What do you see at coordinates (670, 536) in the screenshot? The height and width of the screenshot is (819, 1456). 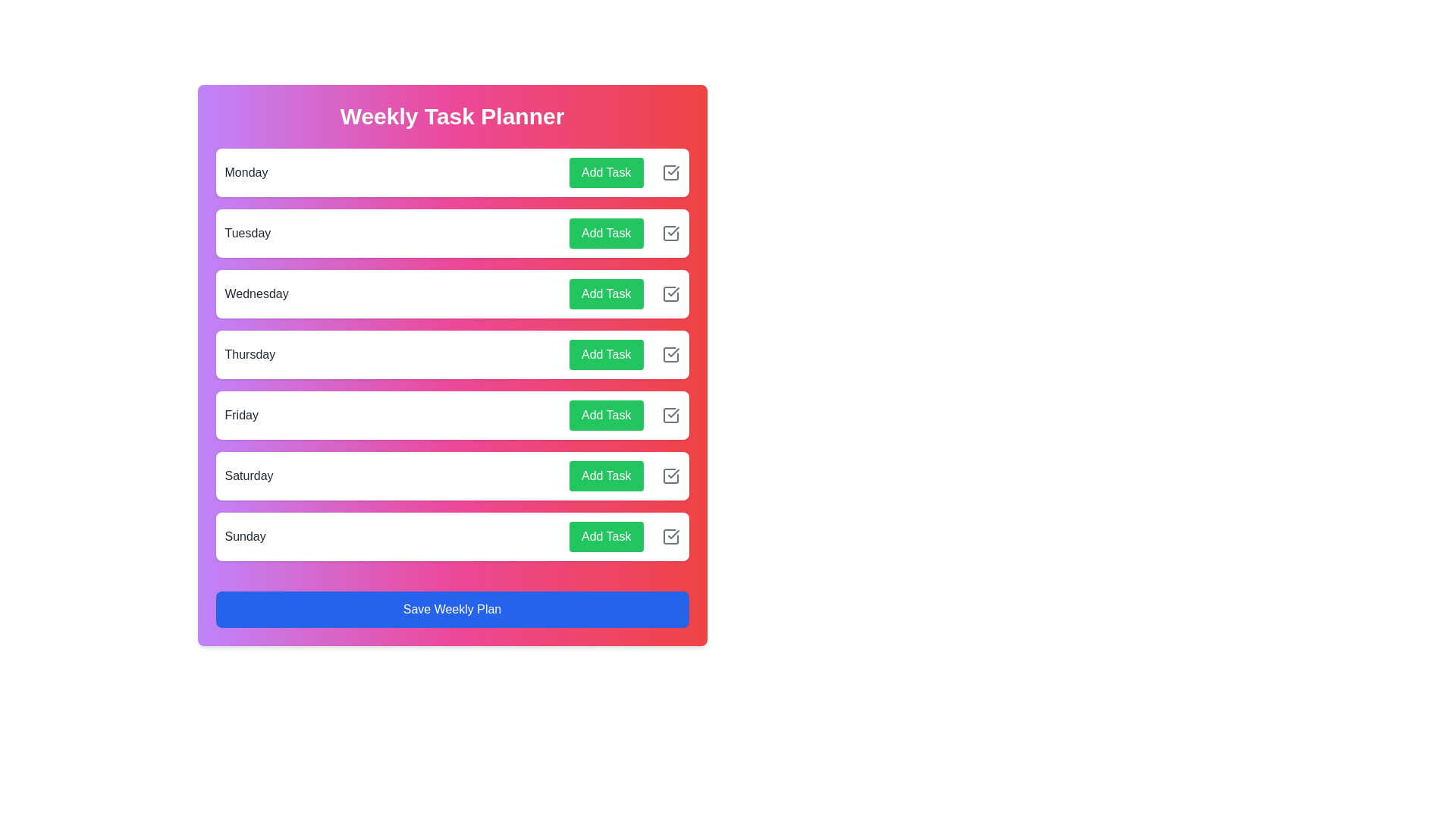 I see `the checkbox icon for Sunday to mark the task as completed` at bounding box center [670, 536].